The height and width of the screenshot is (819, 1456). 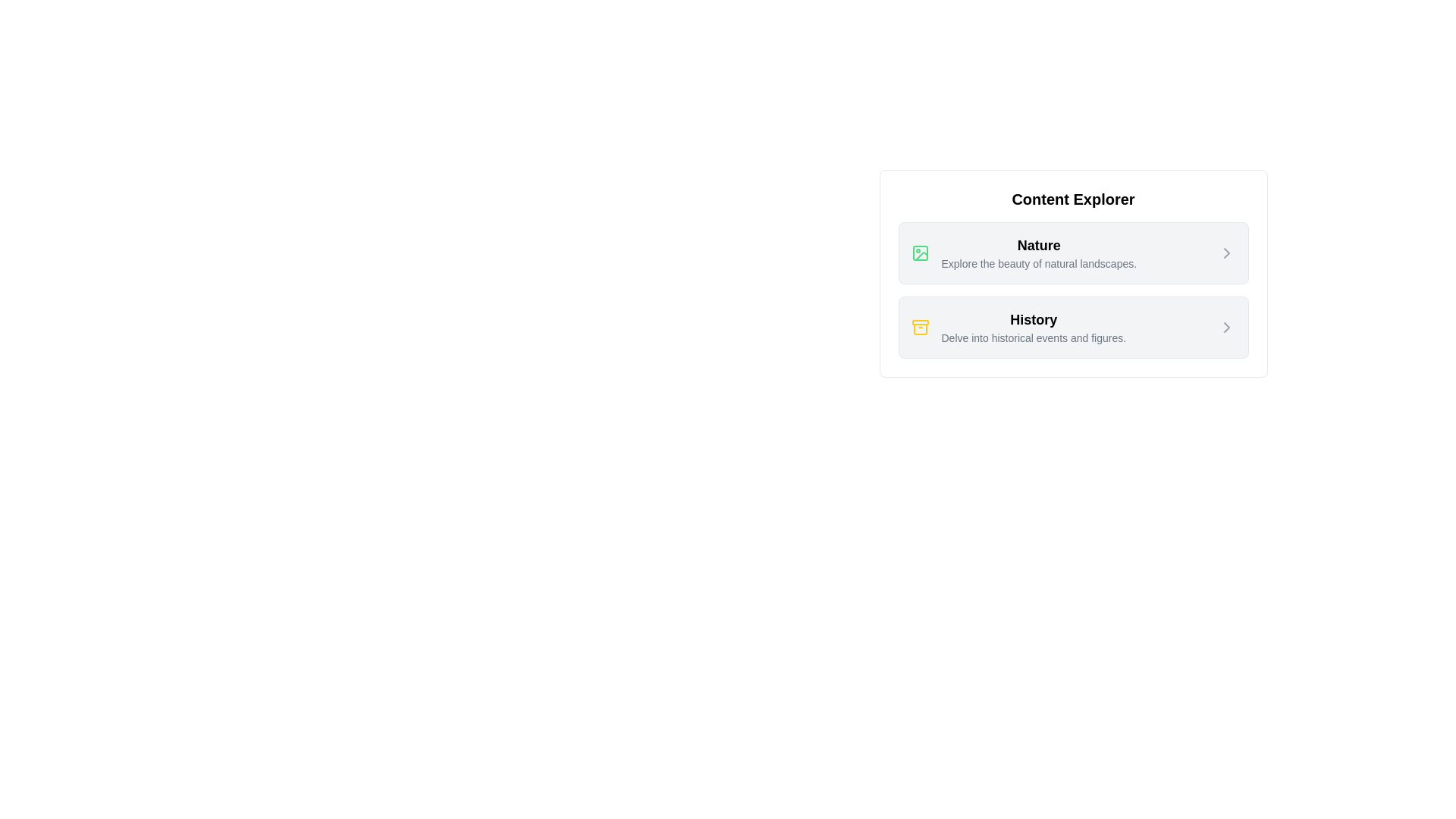 What do you see at coordinates (1226, 327) in the screenshot?
I see `the navigational arrow icon located on the far-right side of the 'History' section` at bounding box center [1226, 327].